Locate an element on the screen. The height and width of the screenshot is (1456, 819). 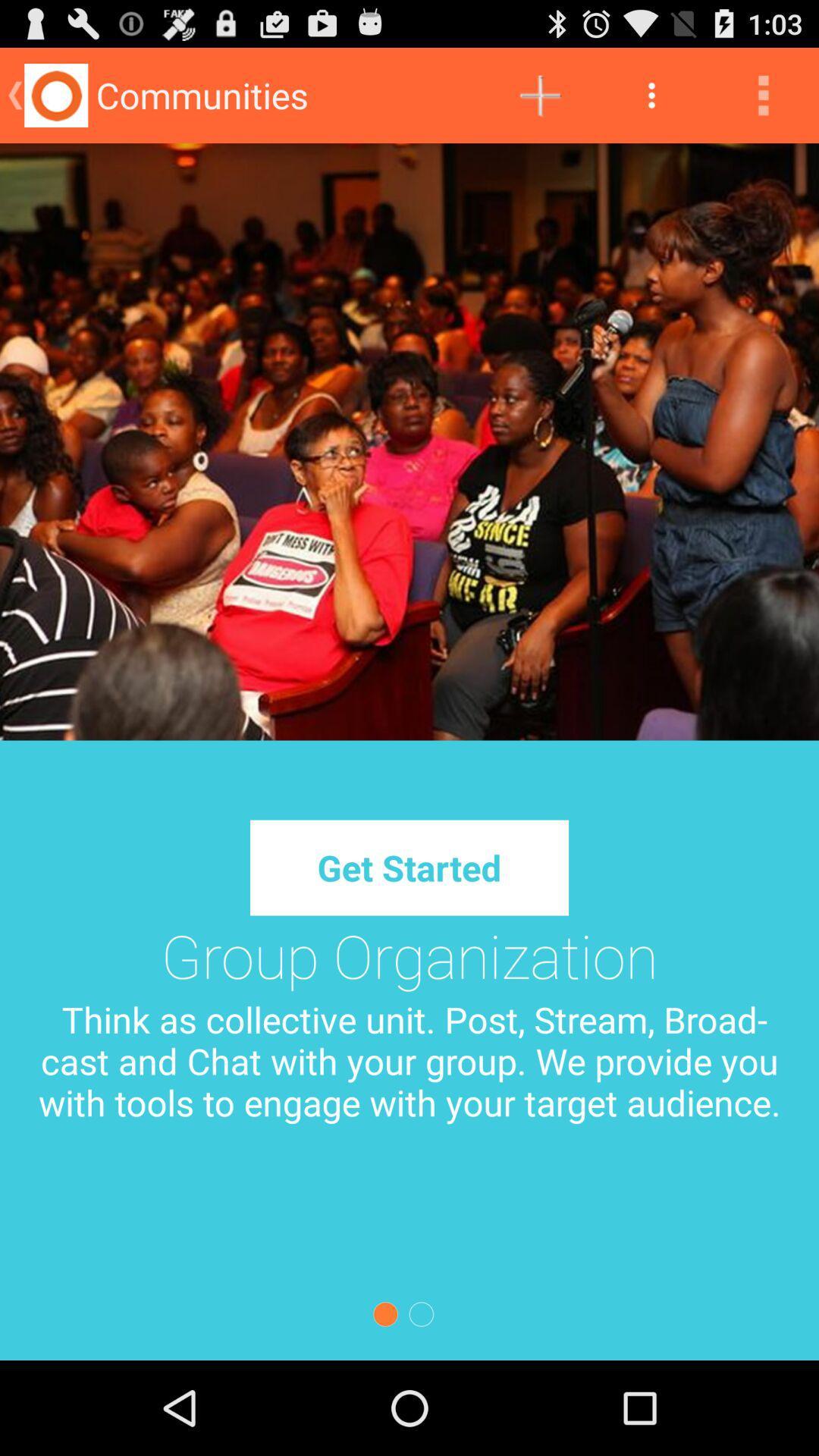
icon to the right of the communities app is located at coordinates (539, 94).